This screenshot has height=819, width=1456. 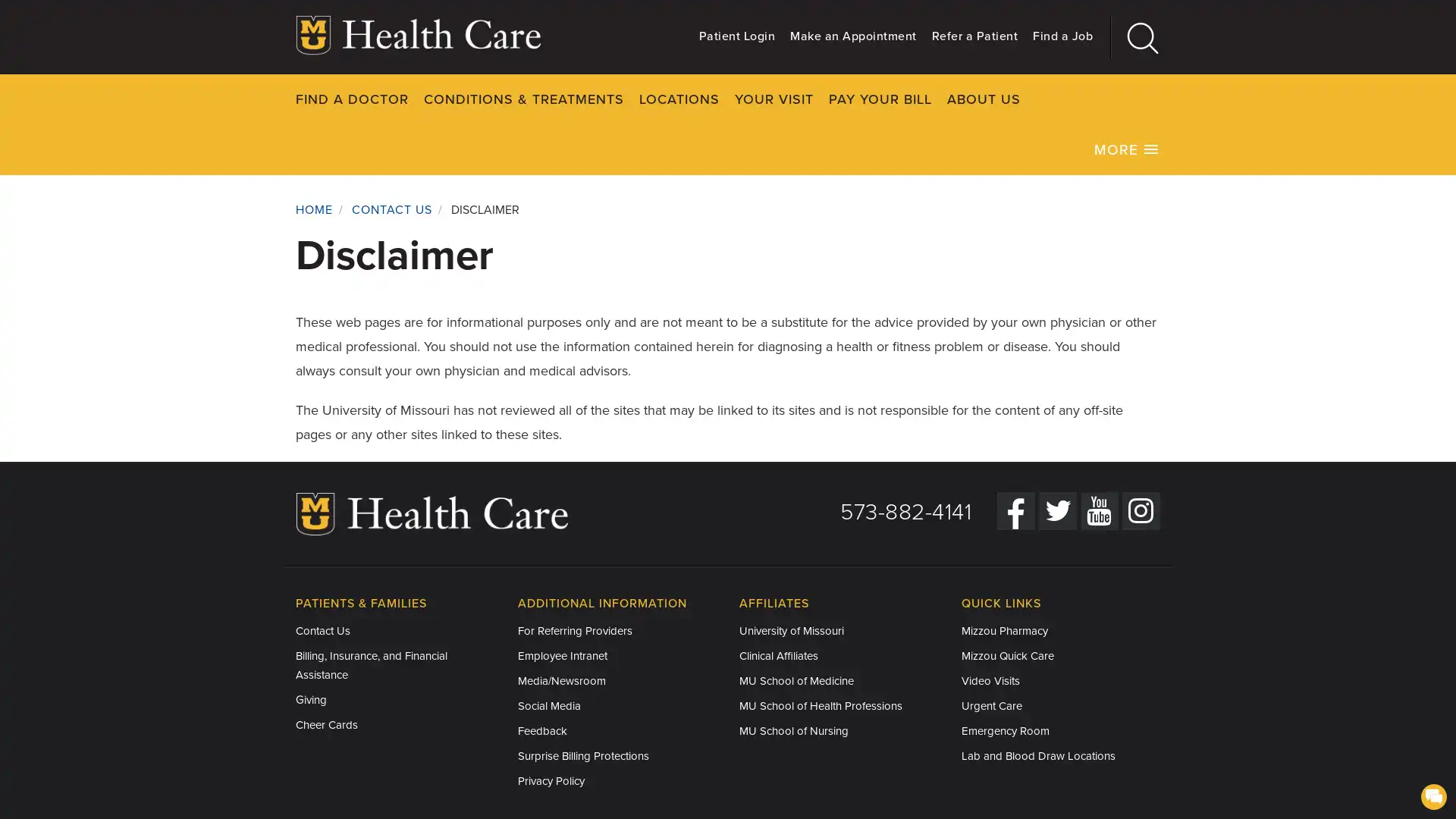 I want to click on CLOSE, so click(x=1205, y=99).